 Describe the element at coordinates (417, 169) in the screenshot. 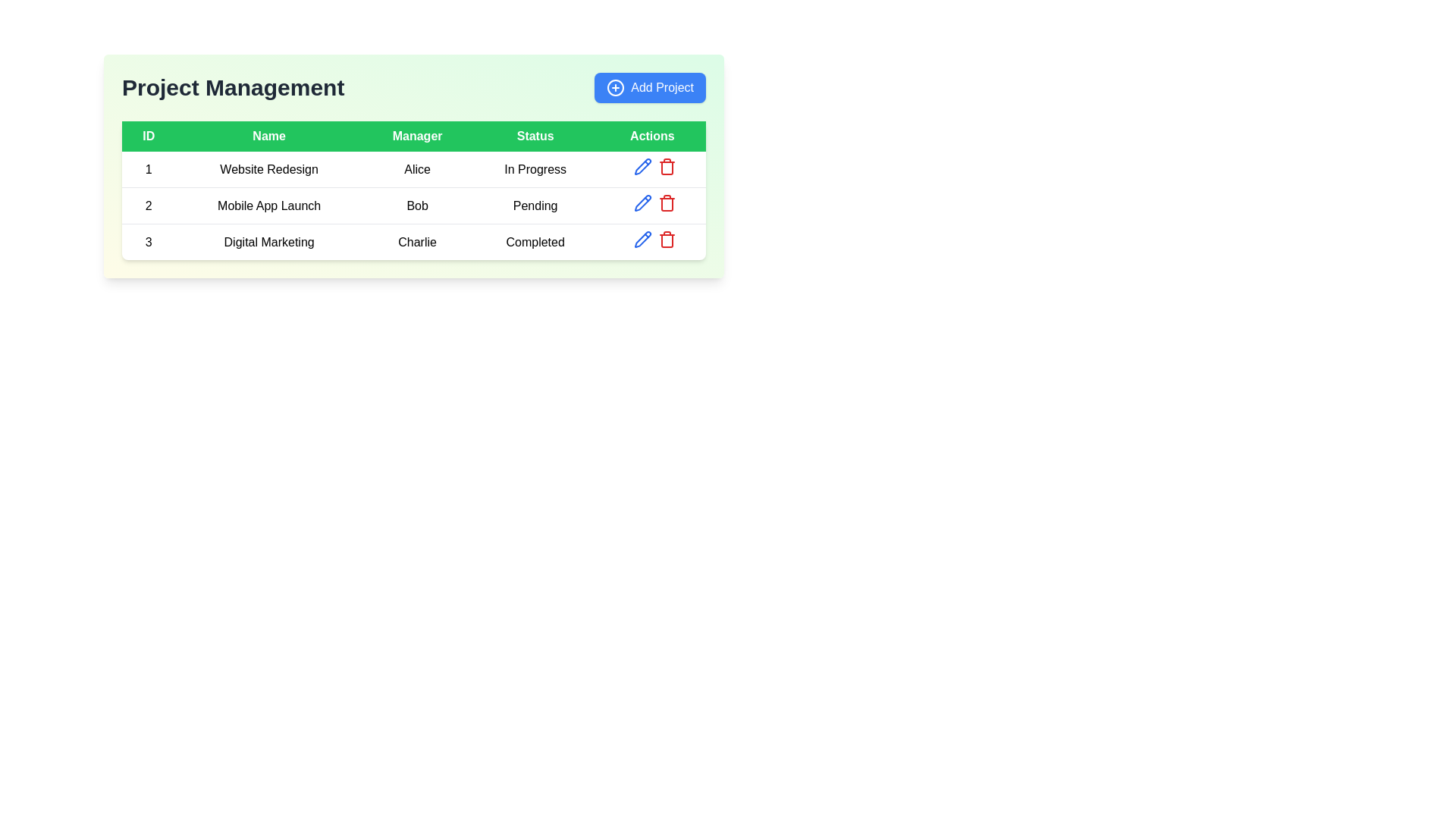

I see `the text label 'Alice'` at that location.